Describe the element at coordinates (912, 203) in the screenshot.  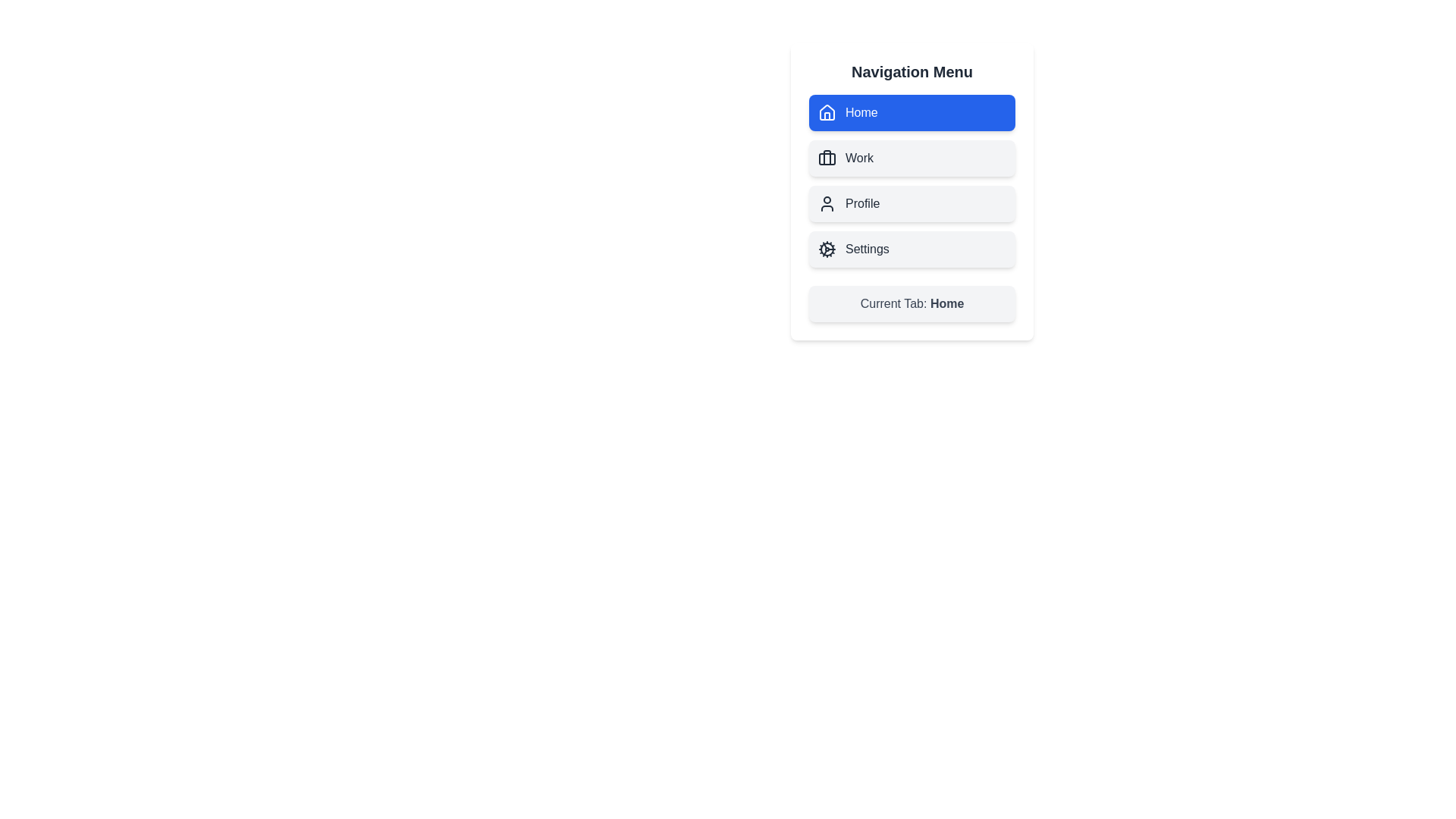
I see `the menu item labeled Profile` at that location.